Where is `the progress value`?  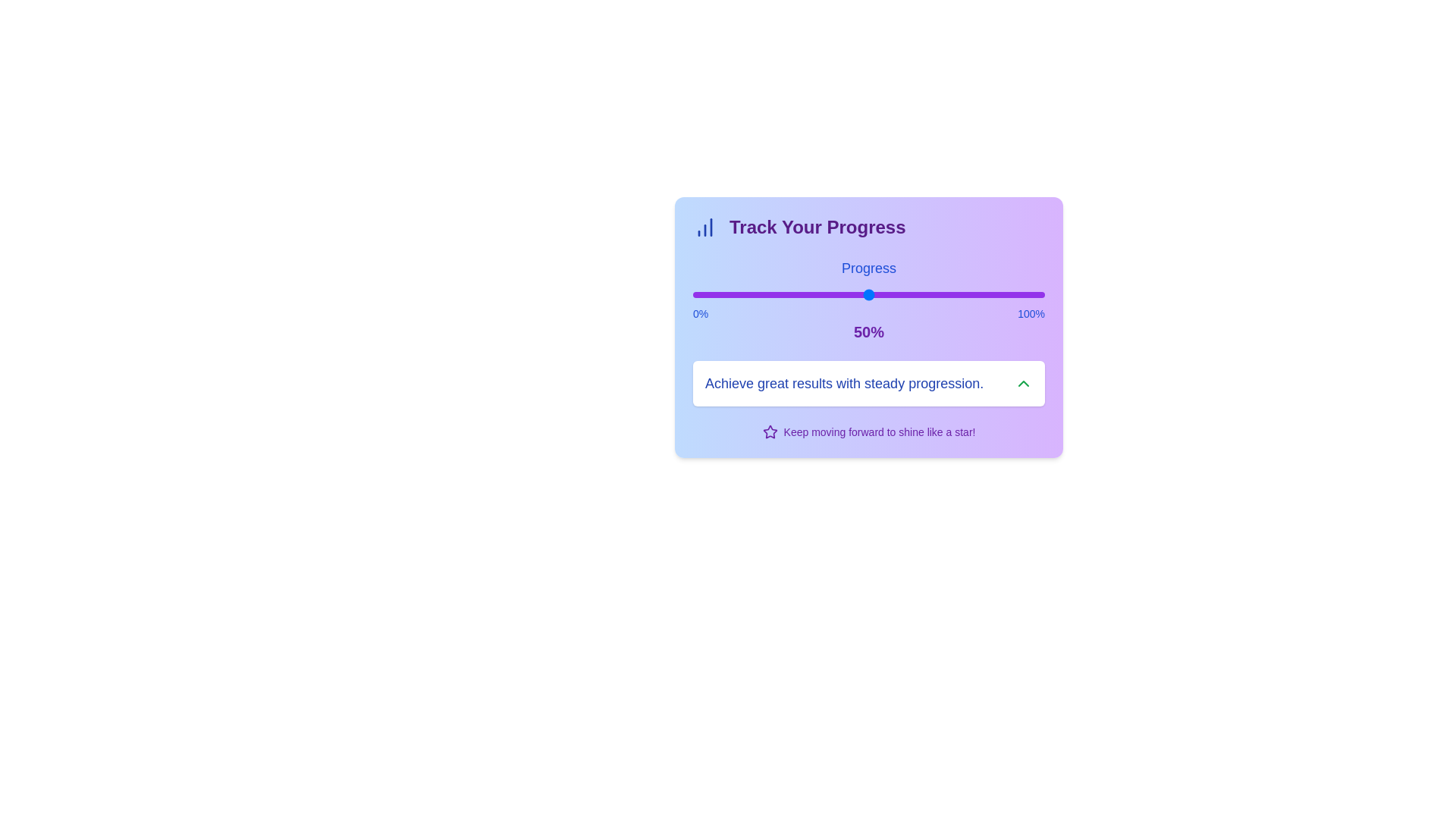 the progress value is located at coordinates (872, 295).